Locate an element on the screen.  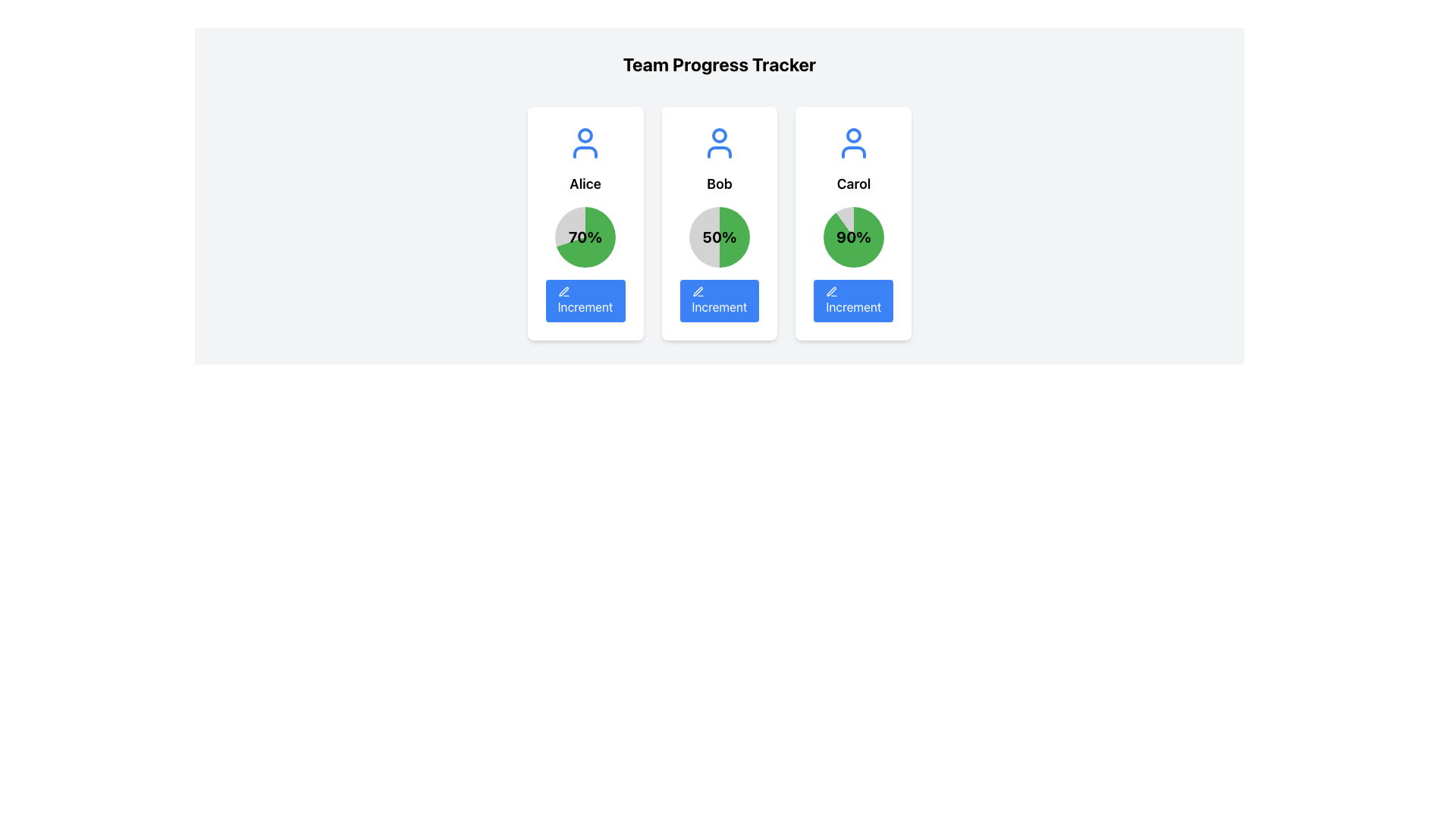
the body element of the user profile icon representing 'Carol' in the Team Progress Tracker layout is located at coordinates (853, 152).